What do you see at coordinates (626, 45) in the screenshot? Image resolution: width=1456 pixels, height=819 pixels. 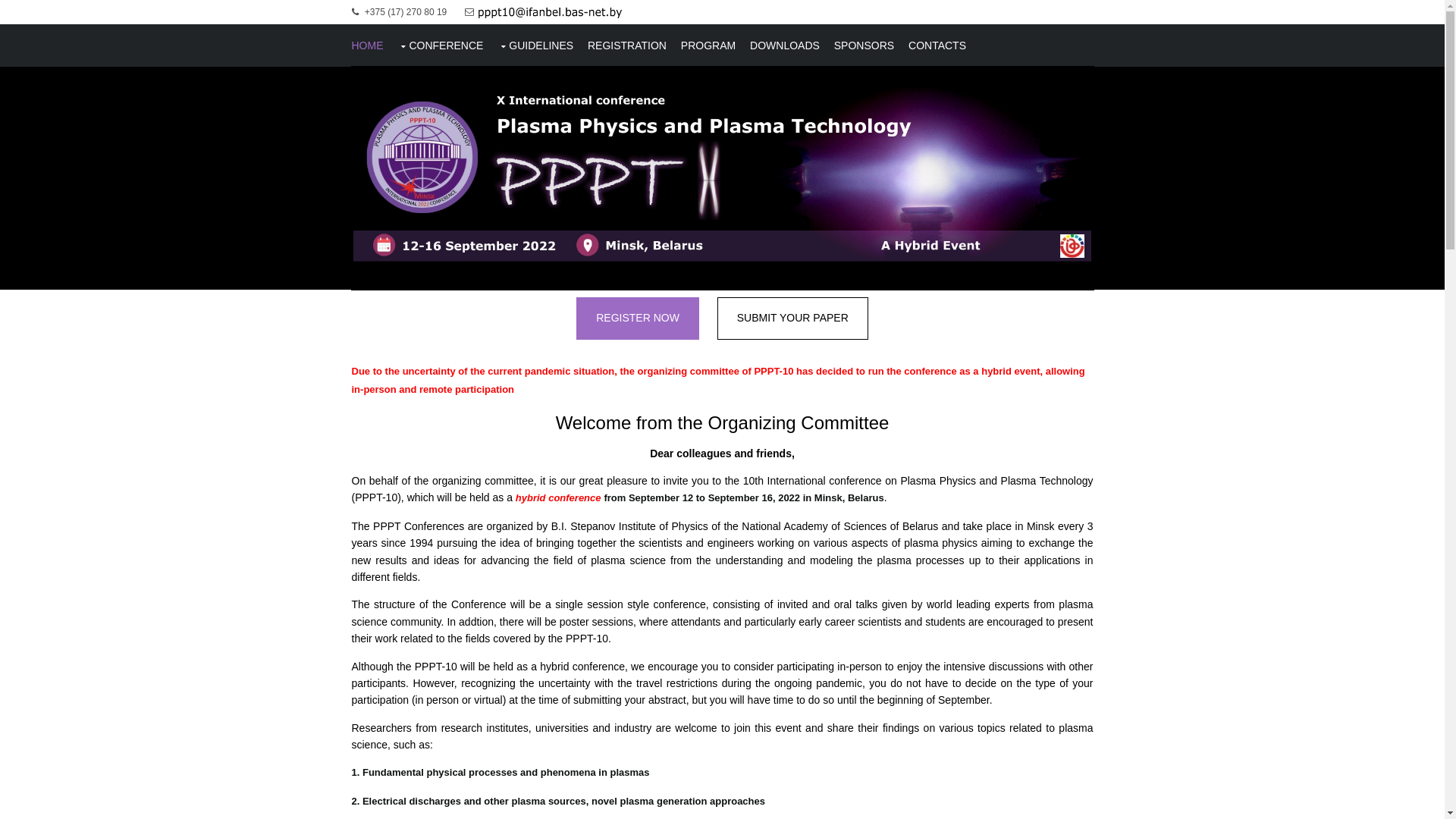 I see `'REGISTRATION'` at bounding box center [626, 45].